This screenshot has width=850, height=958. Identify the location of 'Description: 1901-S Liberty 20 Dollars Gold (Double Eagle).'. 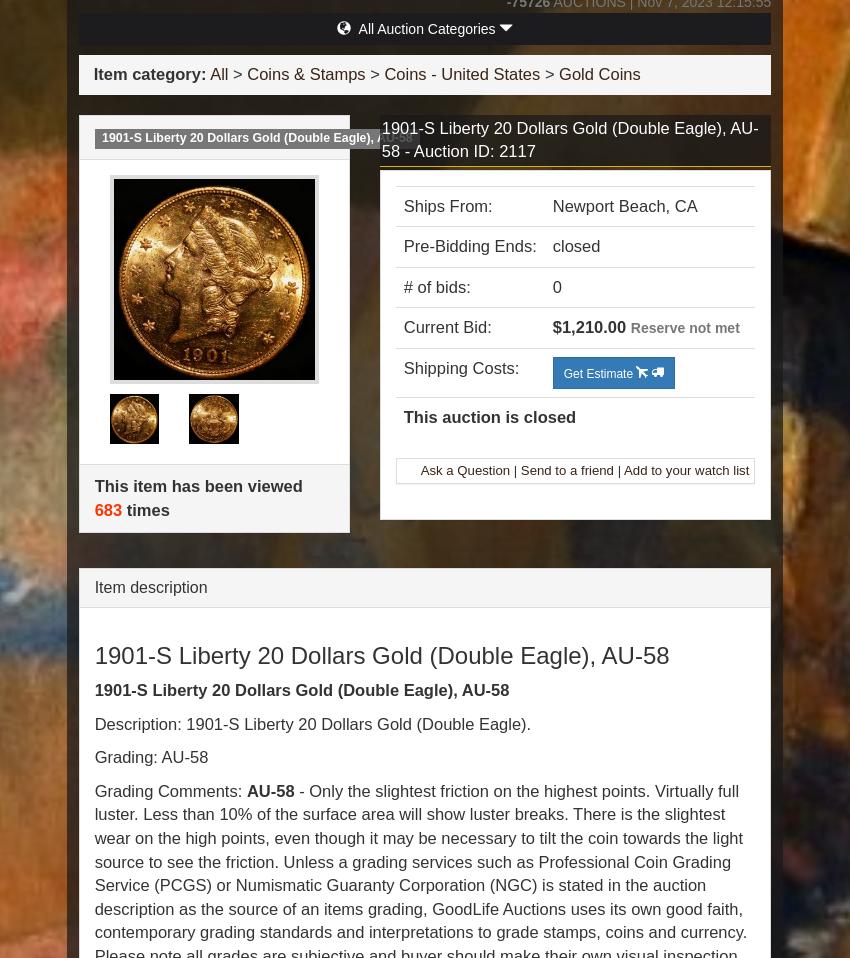
(93, 723).